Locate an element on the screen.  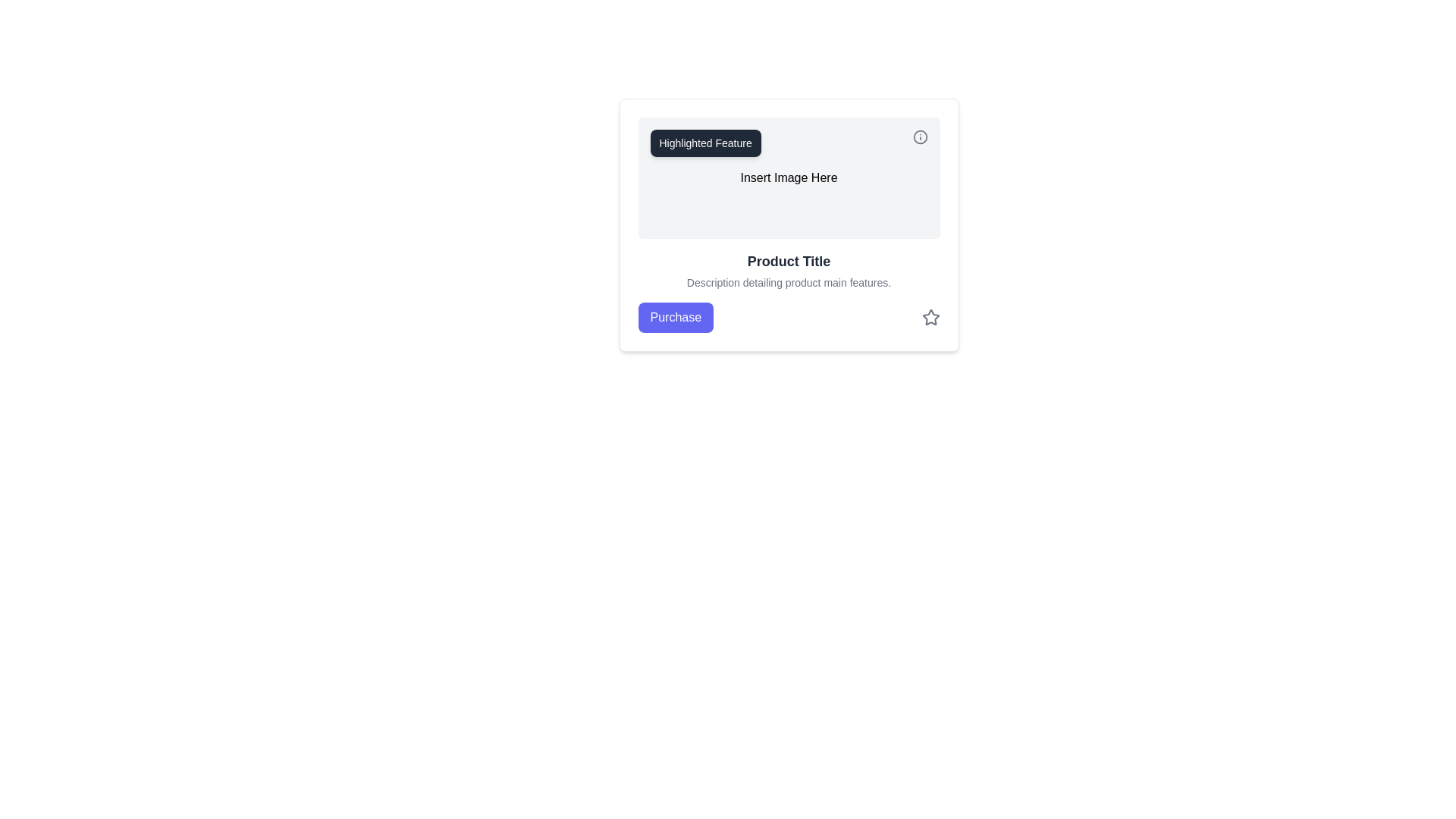
textual description below the 'Product Title' which contains the phrase 'Description detailing product main features.' is located at coordinates (789, 283).